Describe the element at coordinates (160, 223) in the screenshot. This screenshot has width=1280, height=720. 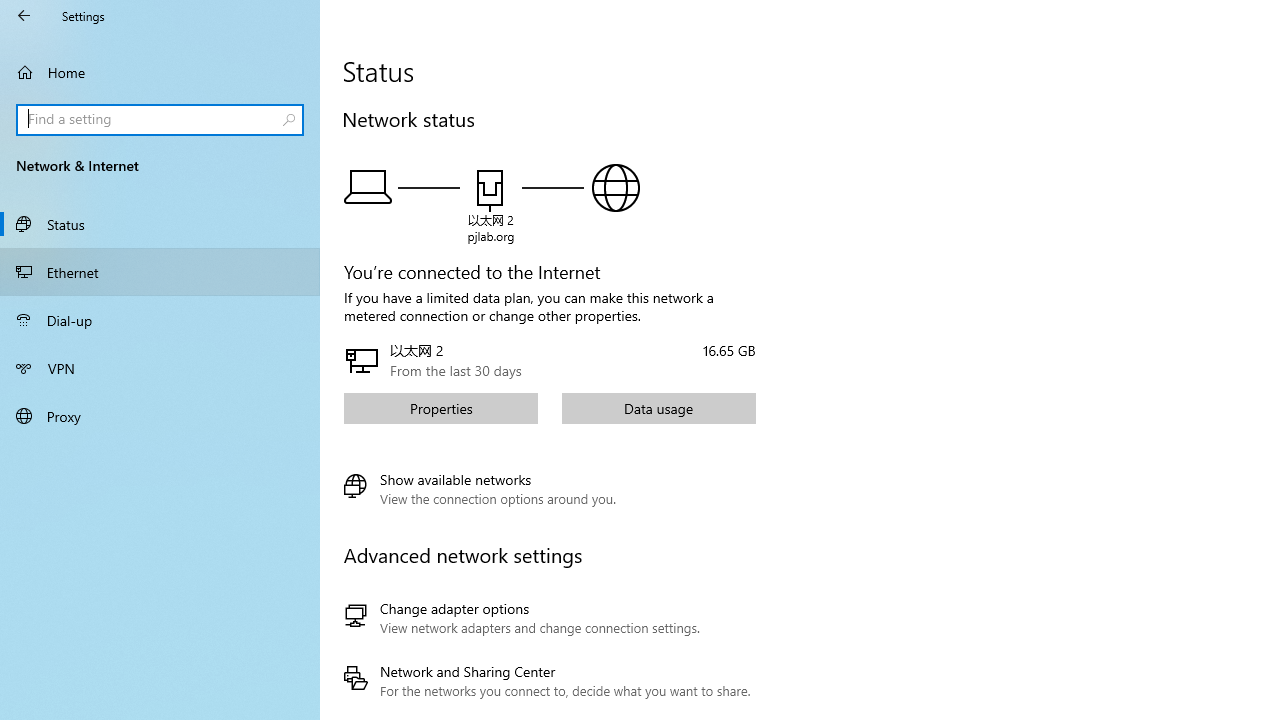
I see `'Status'` at that location.